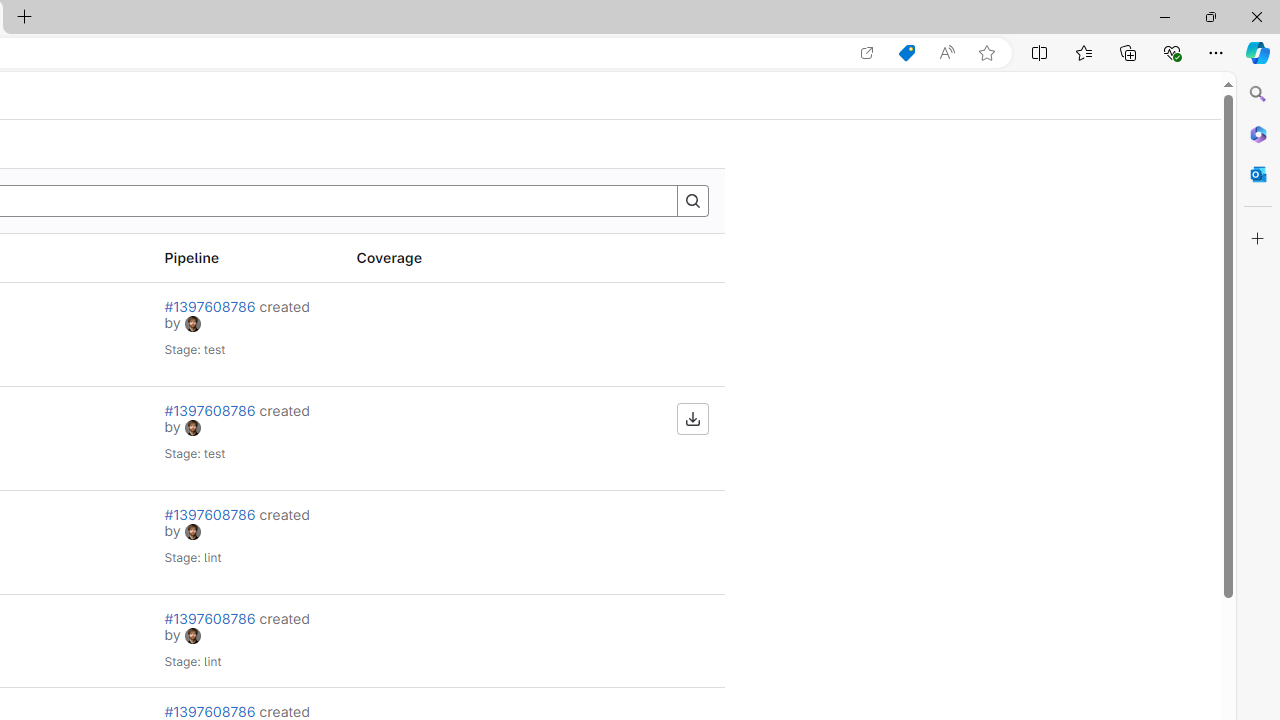  I want to click on 'Coverage', so click(435, 257).